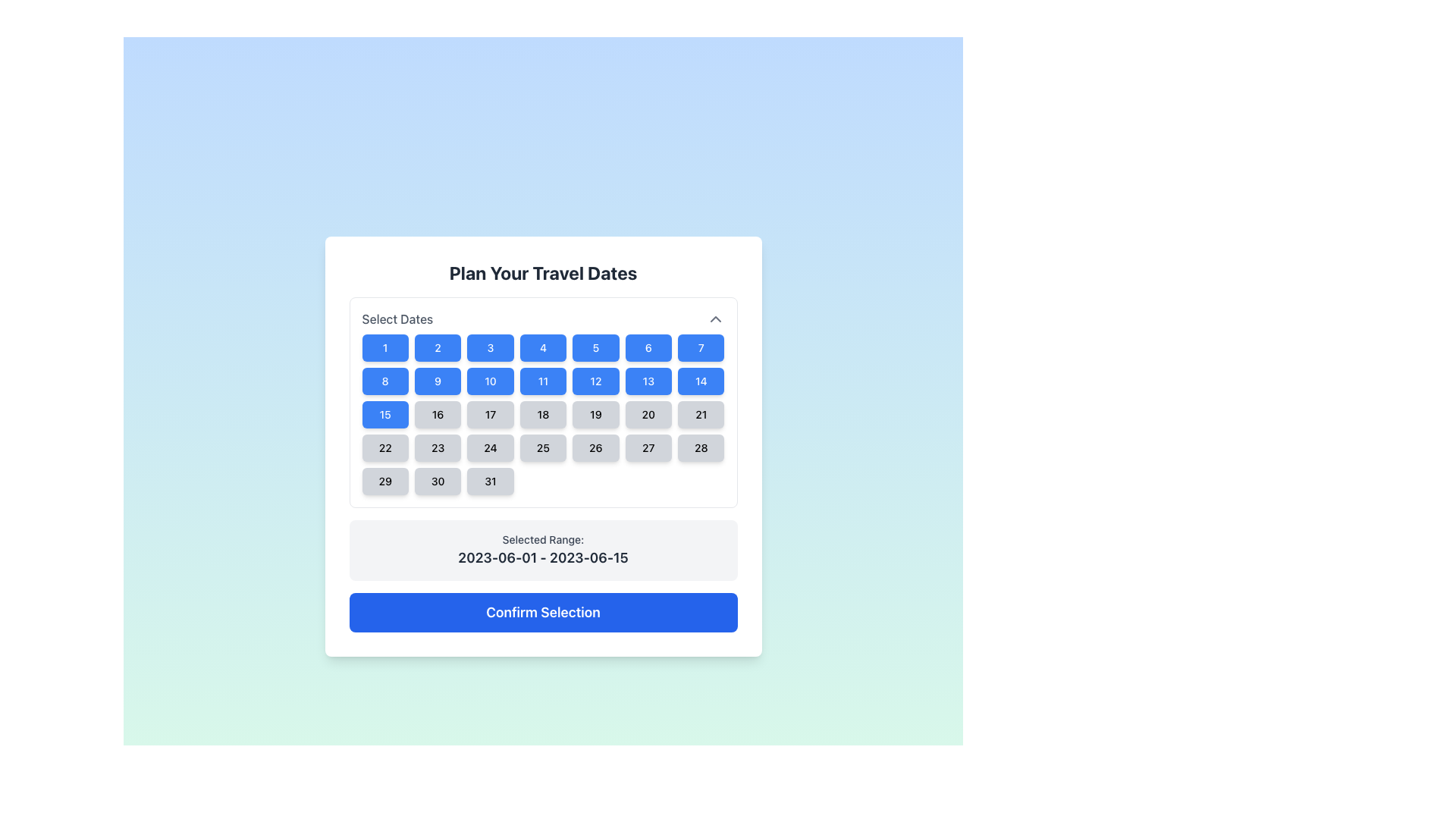  What do you see at coordinates (543, 380) in the screenshot?
I see `the button displaying the number '11' in white text on a blue background for navigation purposes` at bounding box center [543, 380].